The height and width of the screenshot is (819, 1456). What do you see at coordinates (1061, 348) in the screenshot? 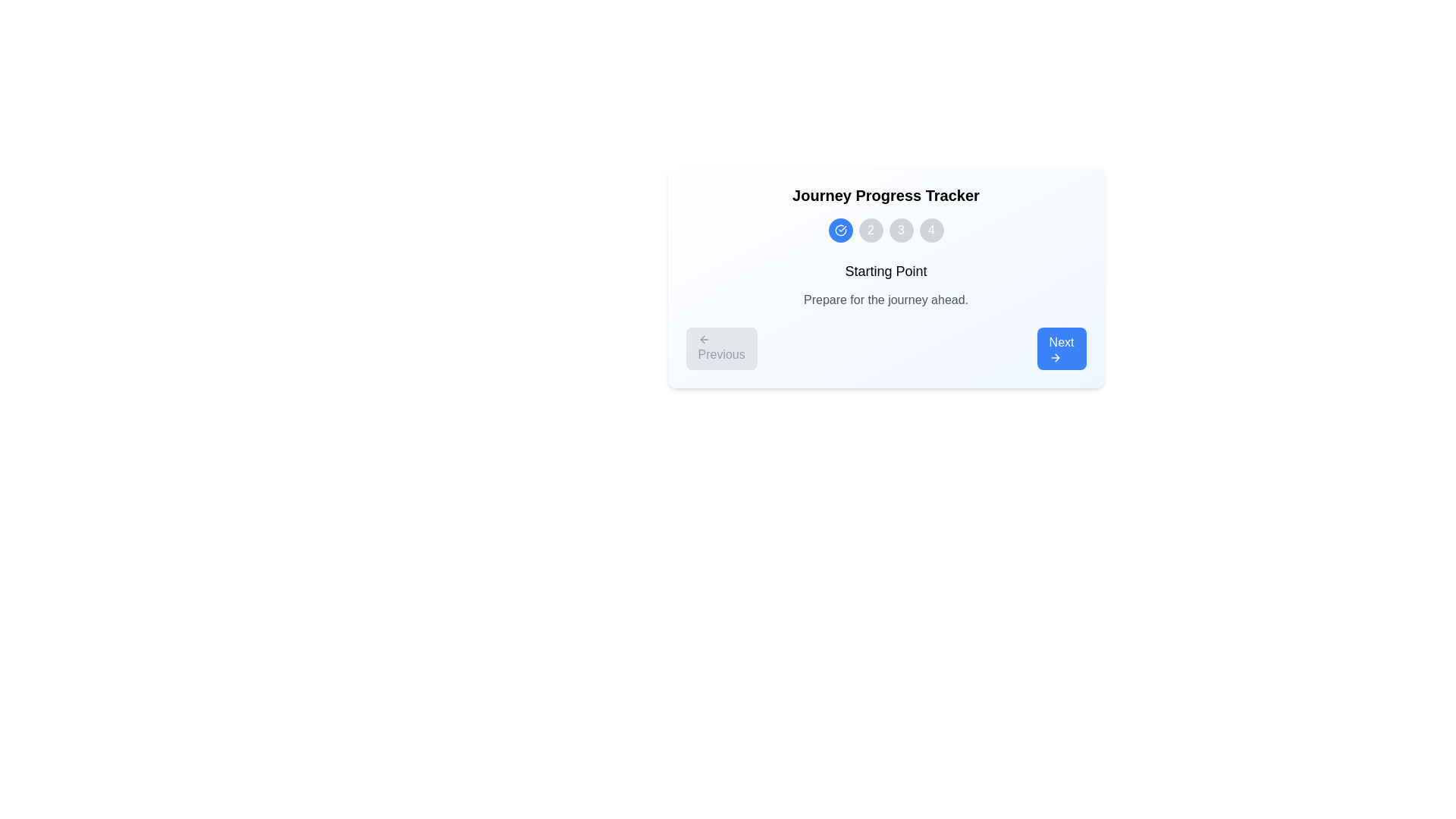
I see `the 'Next' button located at the far right of the card-like interface` at bounding box center [1061, 348].